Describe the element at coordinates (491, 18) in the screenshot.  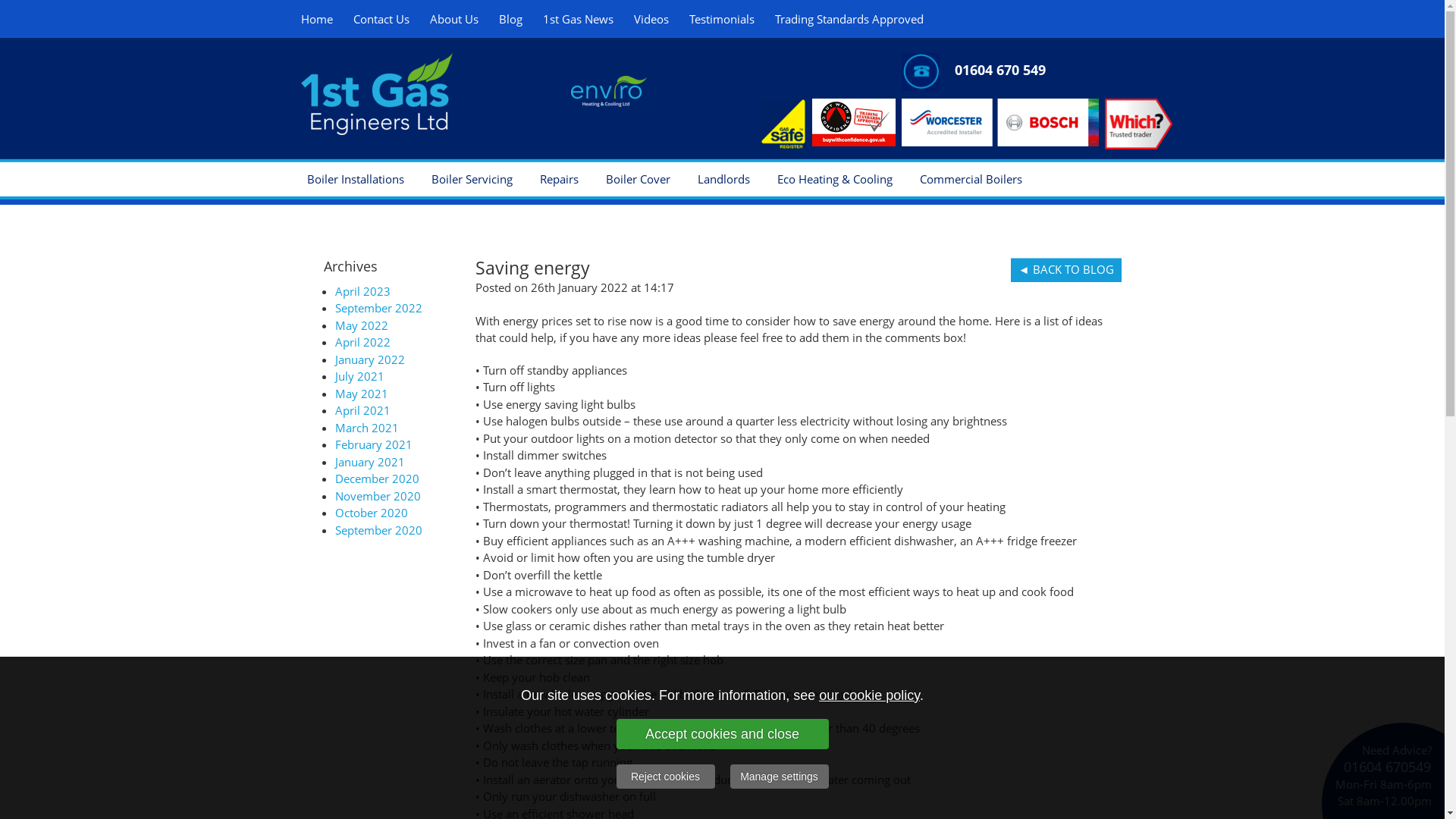
I see `'Blog'` at that location.